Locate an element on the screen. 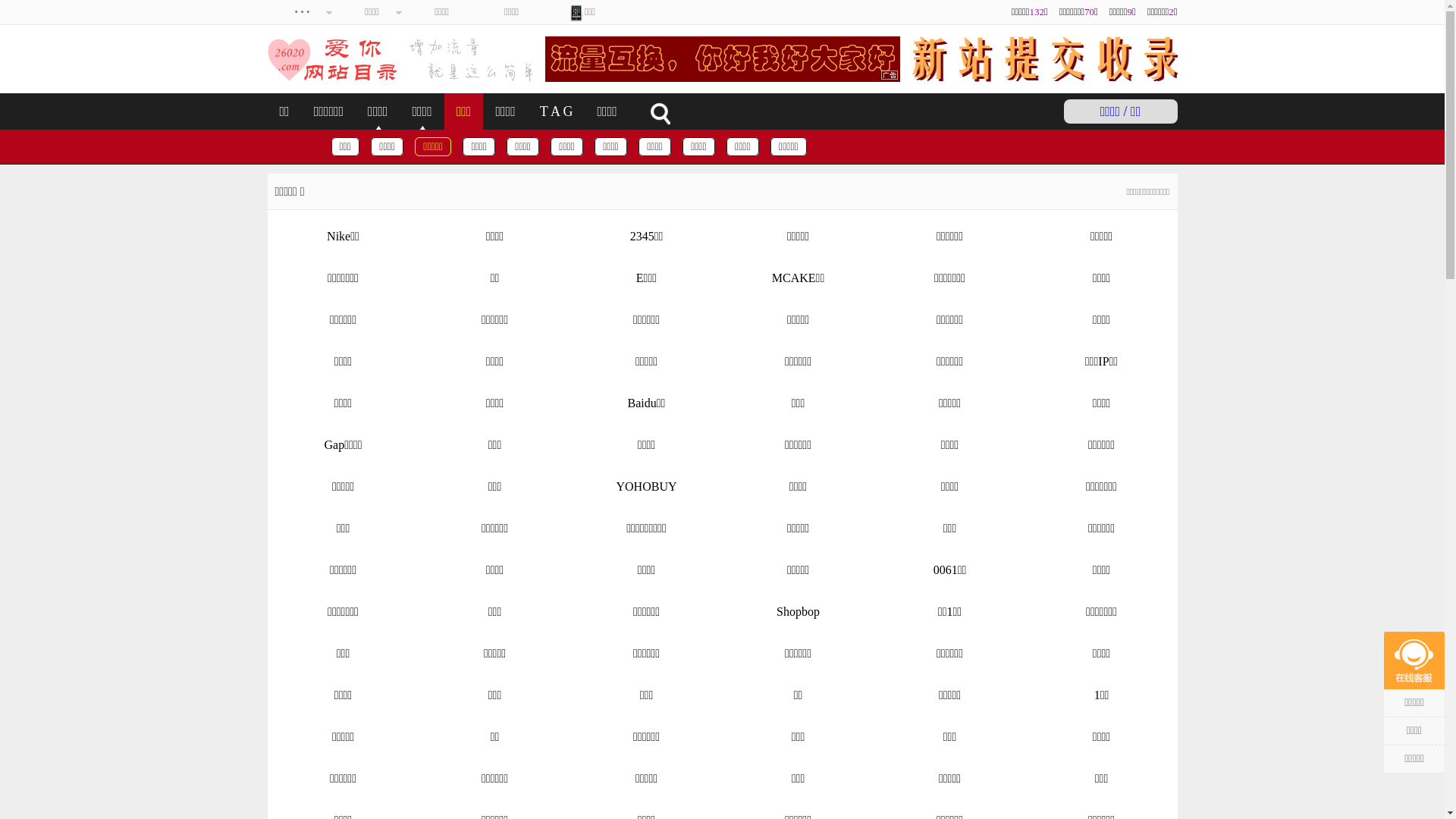 This screenshot has height=819, width=1456. 'YOHOBUY' is located at coordinates (645, 486).